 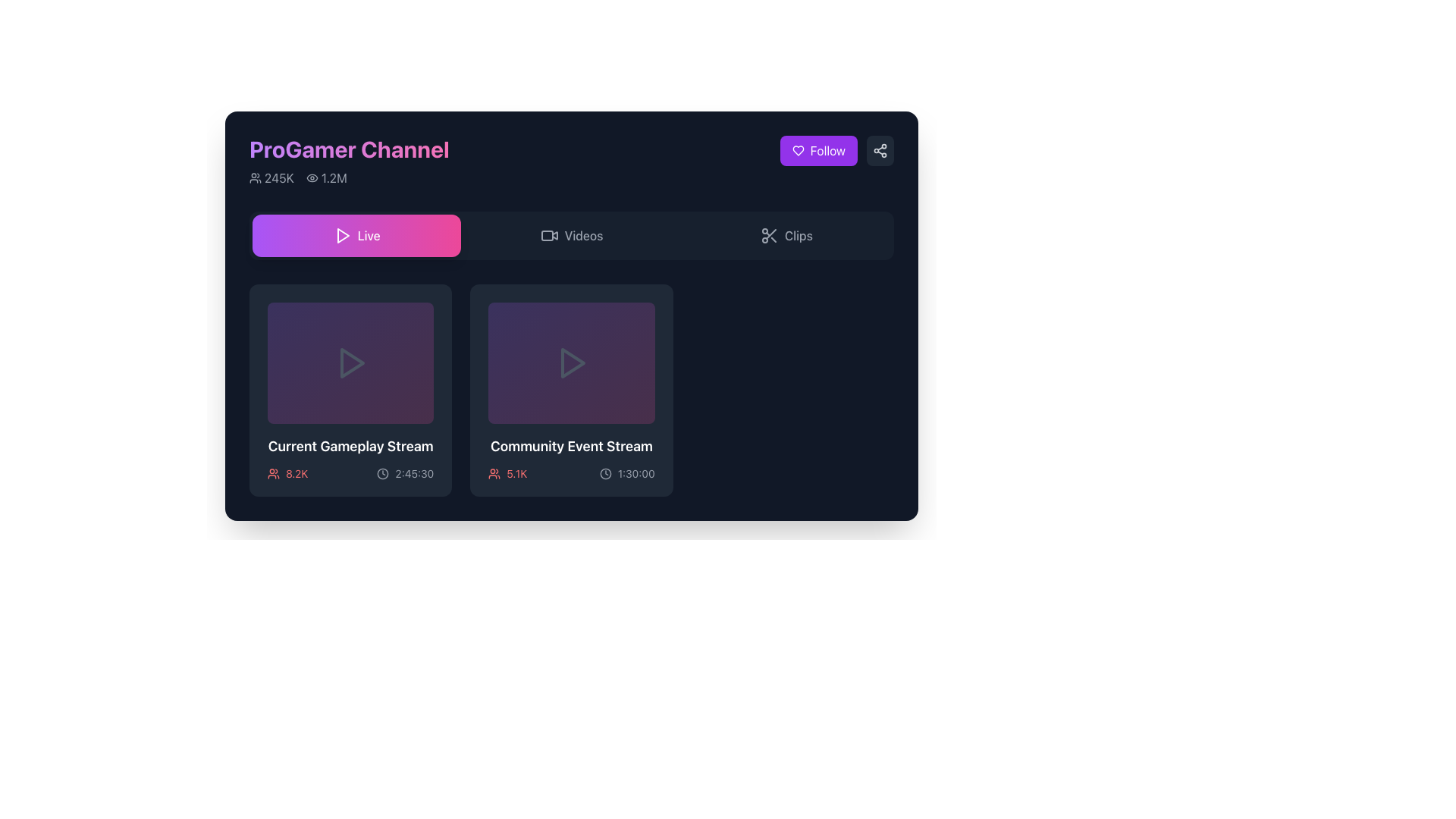 I want to click on the informational label indicating '1.2M views', which is positioned to the right of the user icon displaying '245K' under 'ProGamer Channel', so click(x=325, y=177).